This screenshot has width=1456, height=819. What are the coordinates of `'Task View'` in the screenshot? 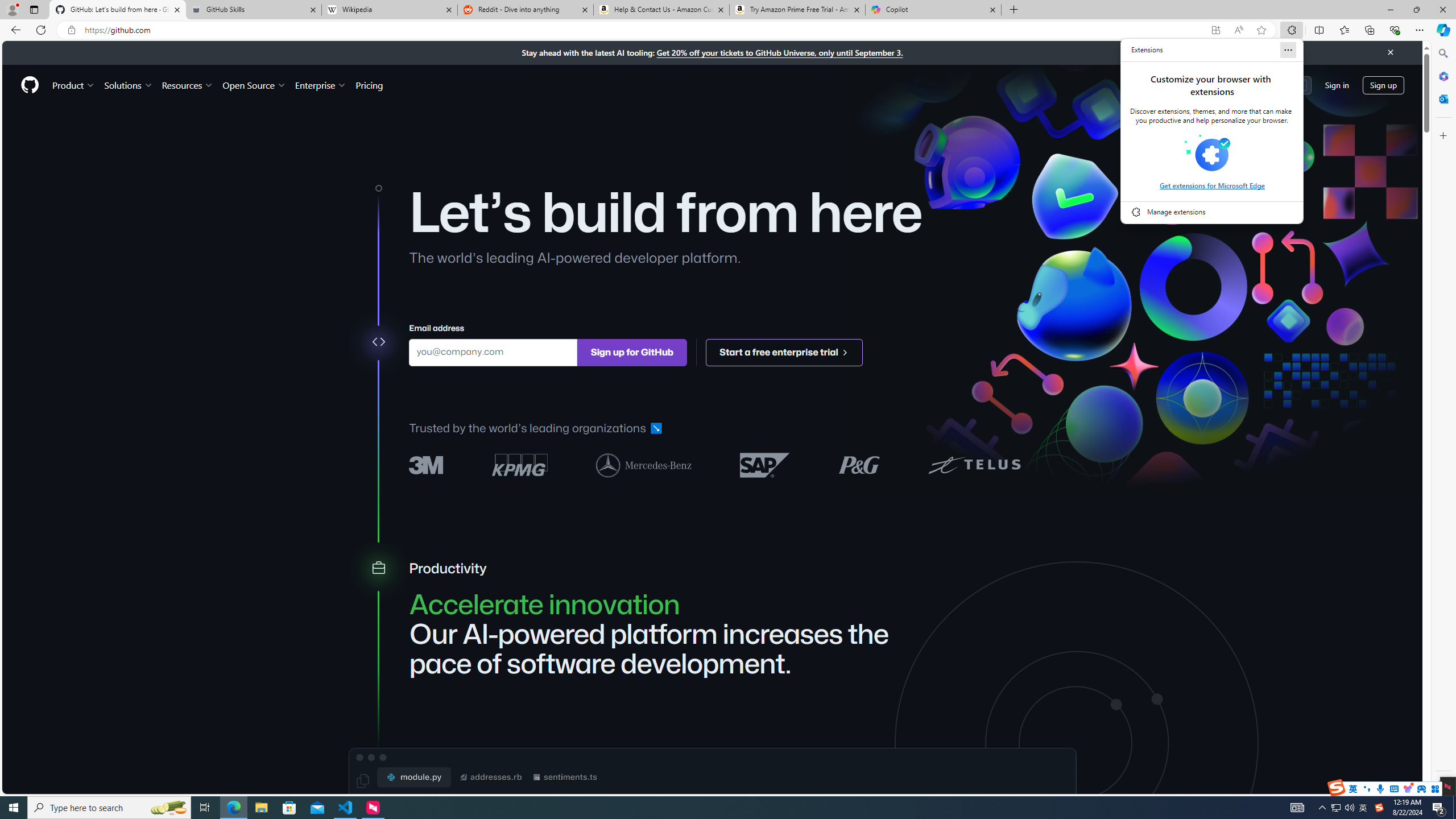 It's located at (204, 806).